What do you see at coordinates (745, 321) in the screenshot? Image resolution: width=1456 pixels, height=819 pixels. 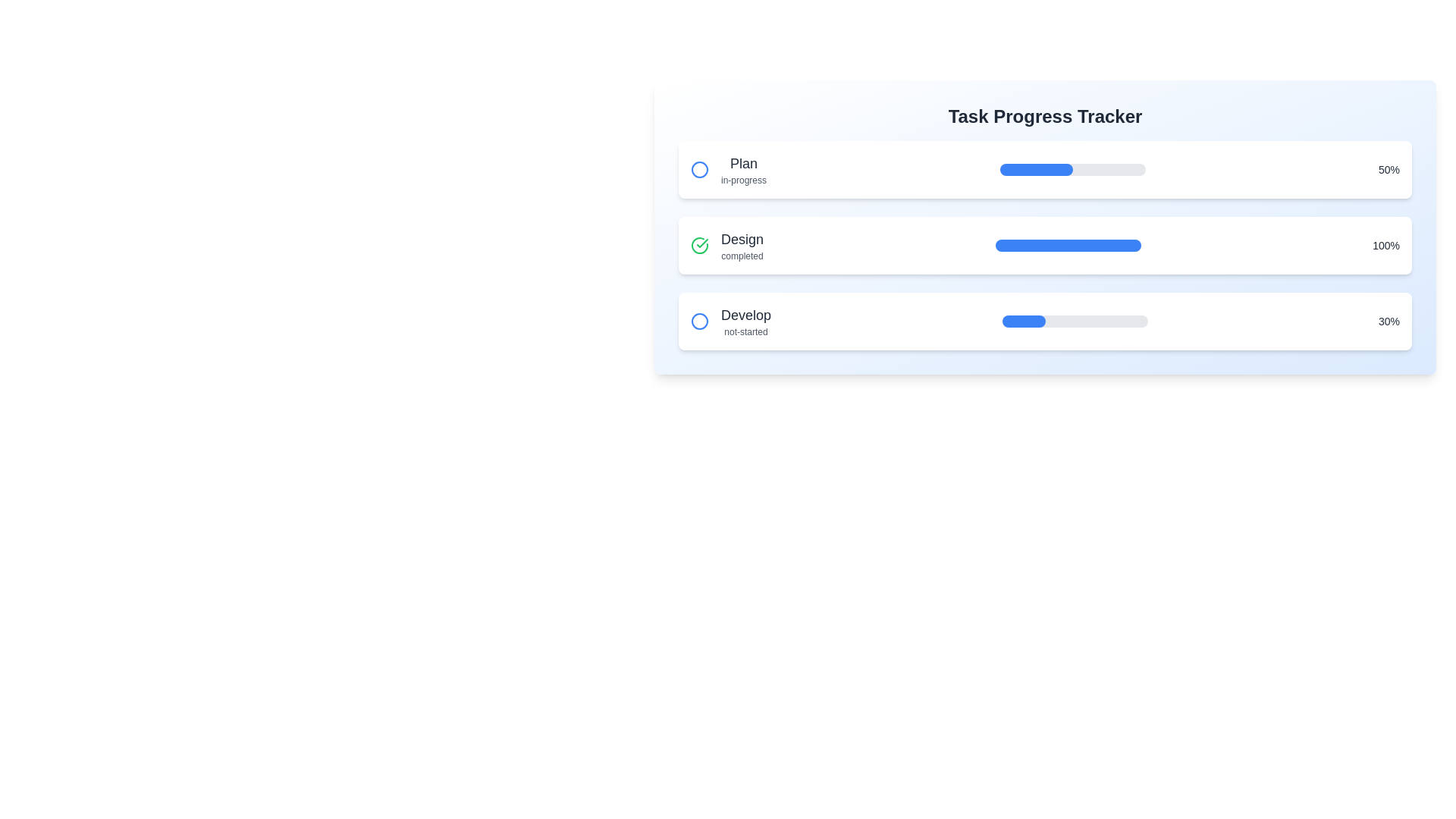 I see `text from the multi-line Text Label displaying 'Develop' and 'not-started' located under the third task in the 'Task Progress Tracker' list` at bounding box center [745, 321].